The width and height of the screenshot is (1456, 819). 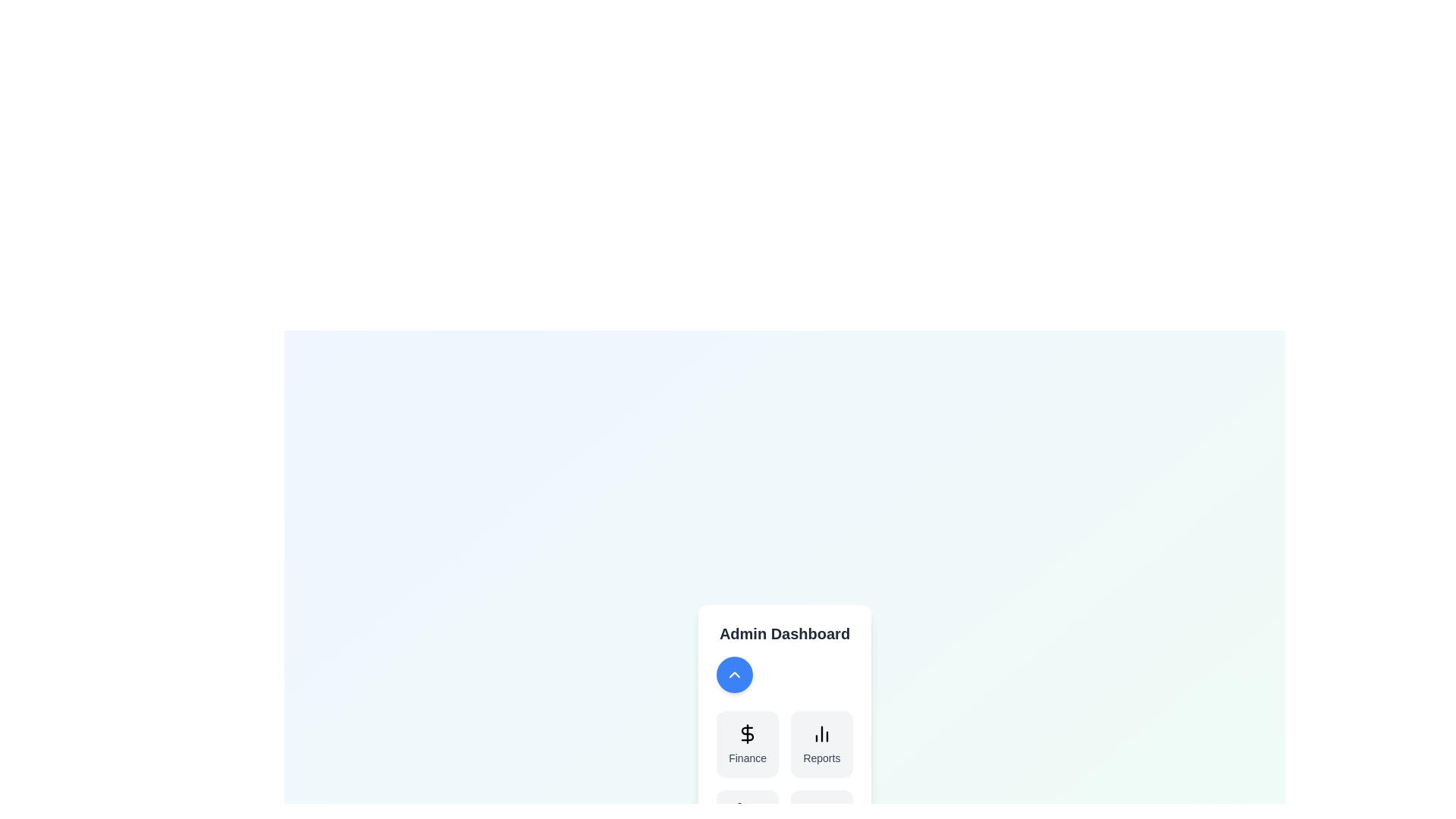 I want to click on the button corresponding to Reports, so click(x=821, y=744).